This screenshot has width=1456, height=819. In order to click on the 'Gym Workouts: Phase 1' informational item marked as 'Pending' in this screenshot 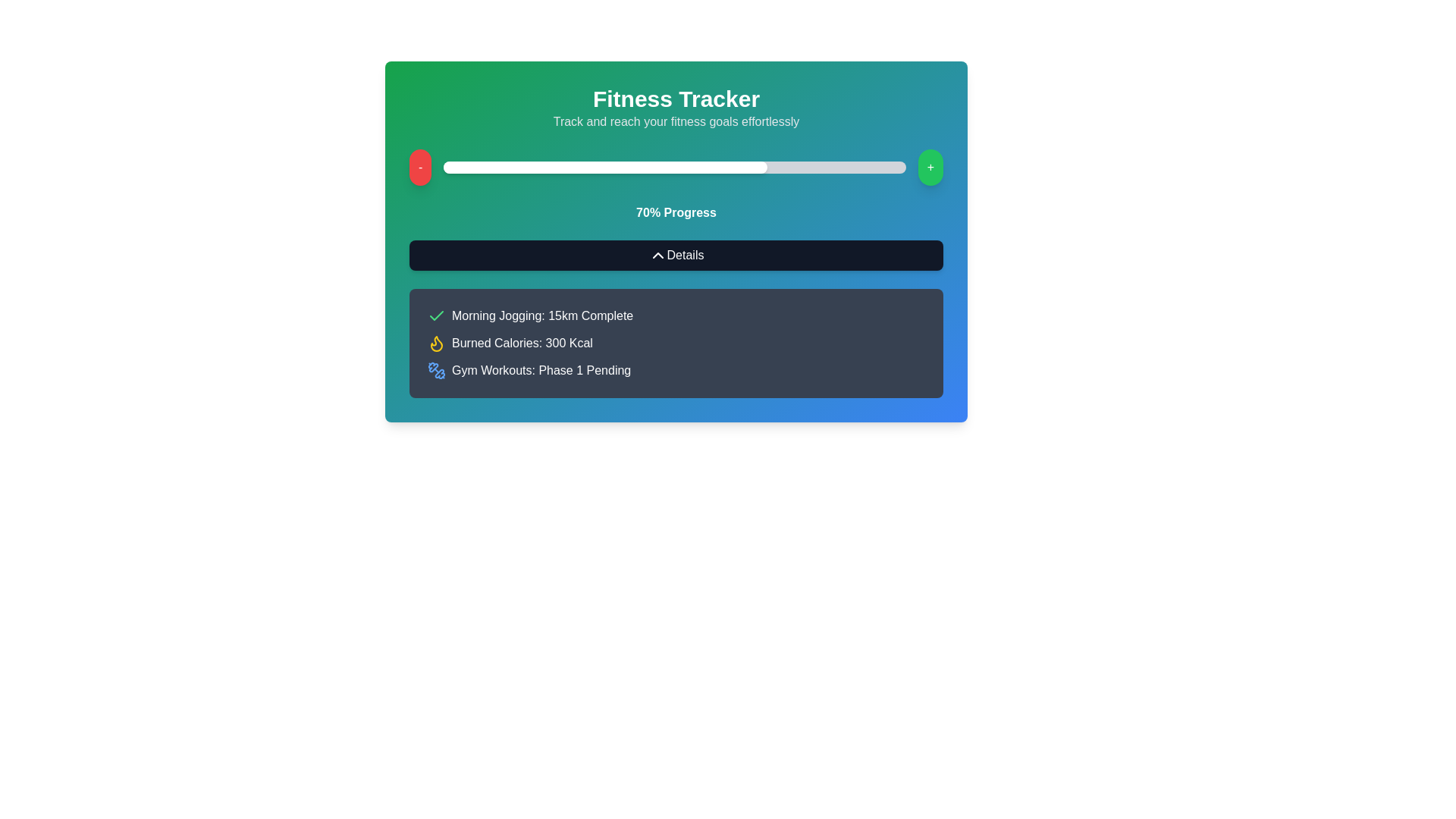, I will do `click(676, 371)`.